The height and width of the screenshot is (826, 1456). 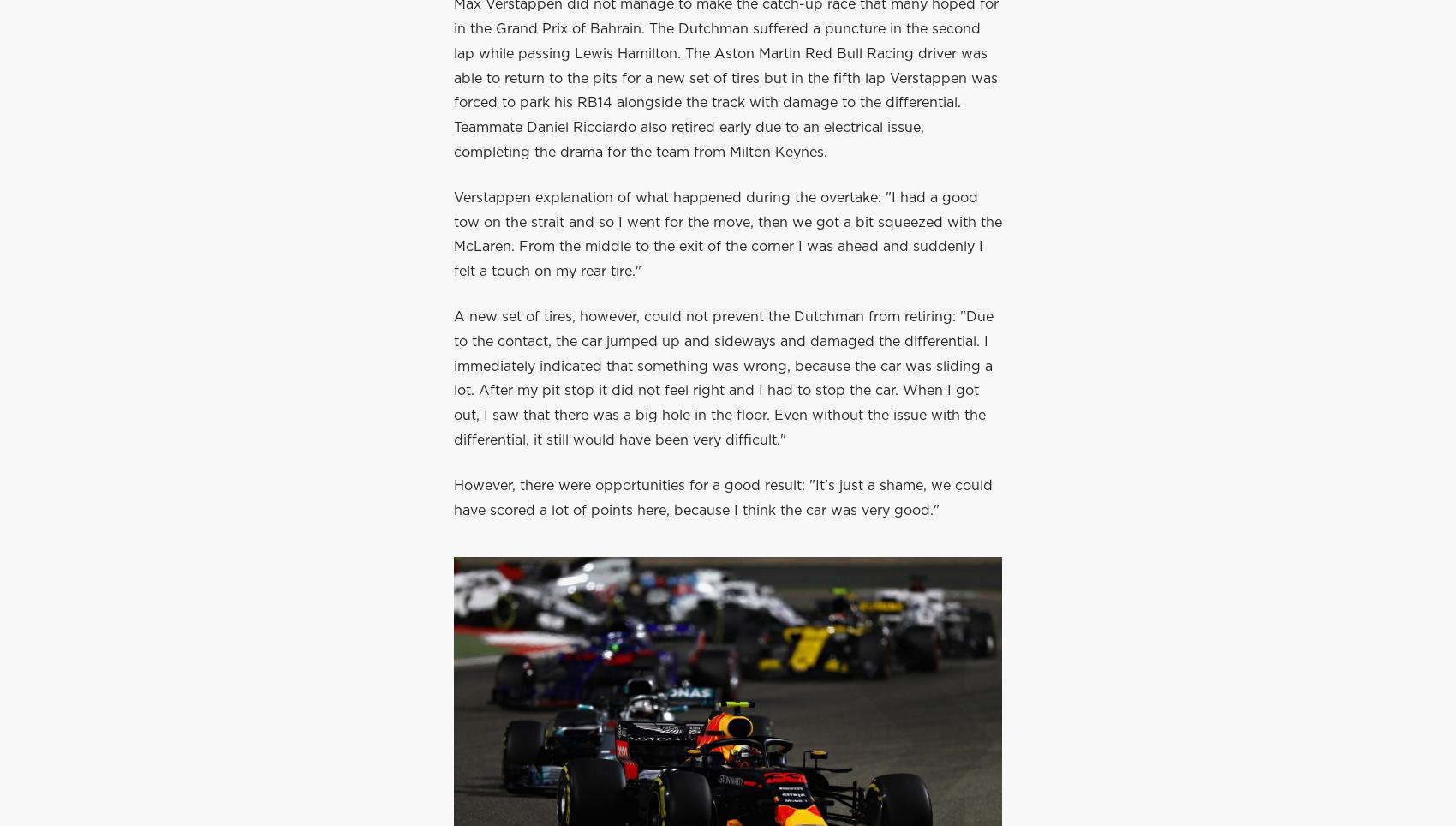 I want to click on 'Home', so click(x=746, y=748).